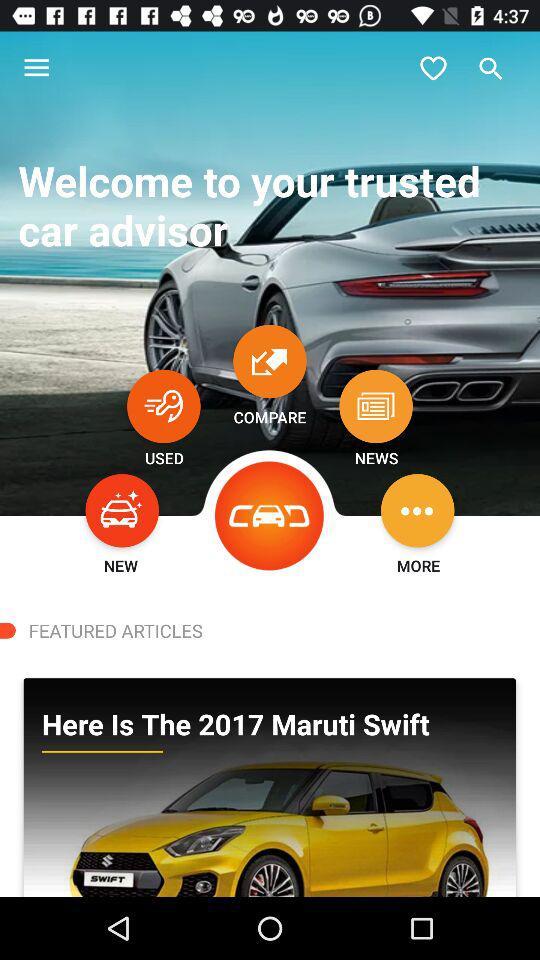 The height and width of the screenshot is (960, 540). Describe the element at coordinates (122, 509) in the screenshot. I see `the icon above new icon` at that location.